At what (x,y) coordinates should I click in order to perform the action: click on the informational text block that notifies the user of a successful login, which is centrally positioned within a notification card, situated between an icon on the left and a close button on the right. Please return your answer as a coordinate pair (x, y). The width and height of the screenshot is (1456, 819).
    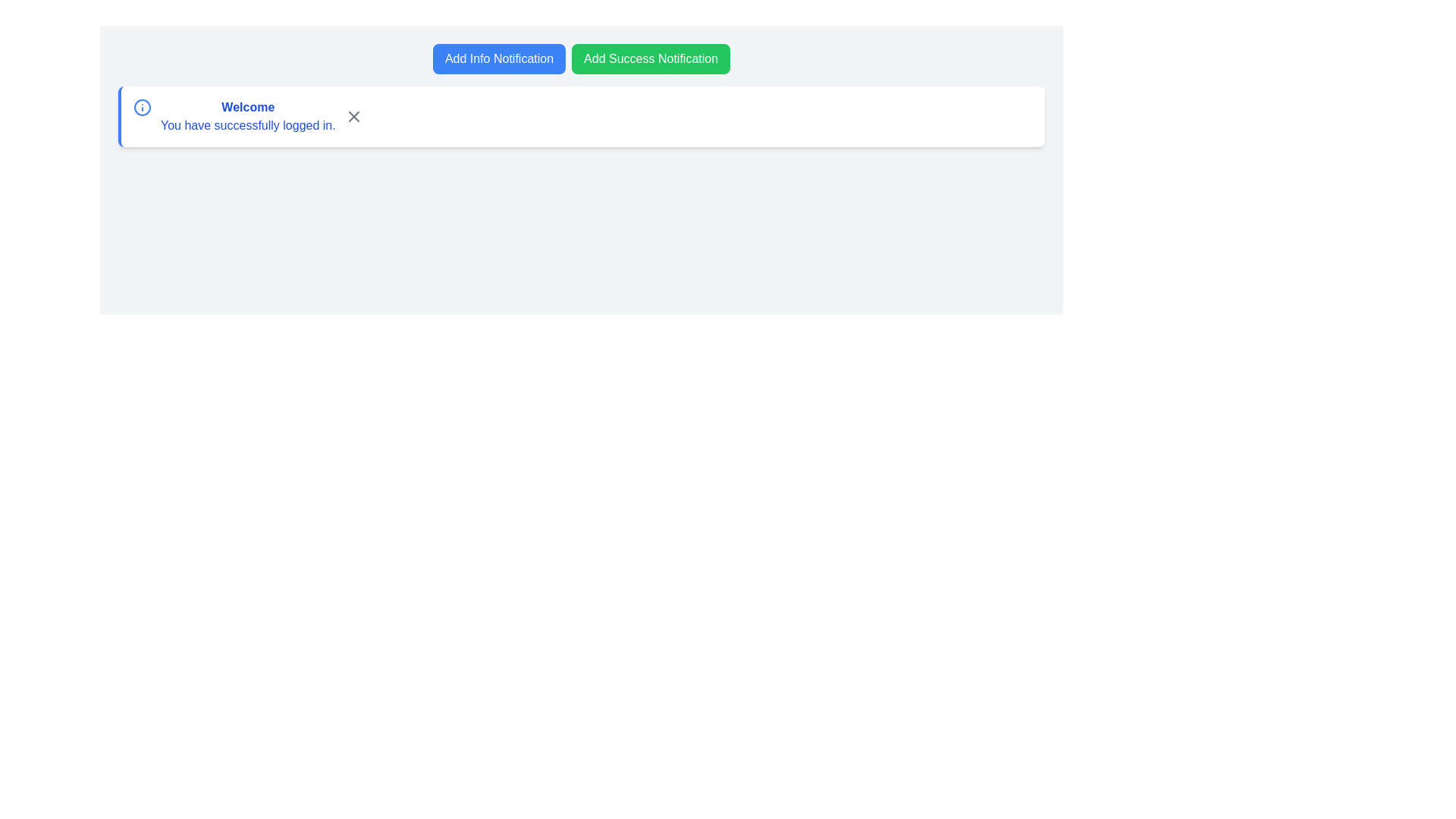
    Looking at the image, I should click on (248, 116).